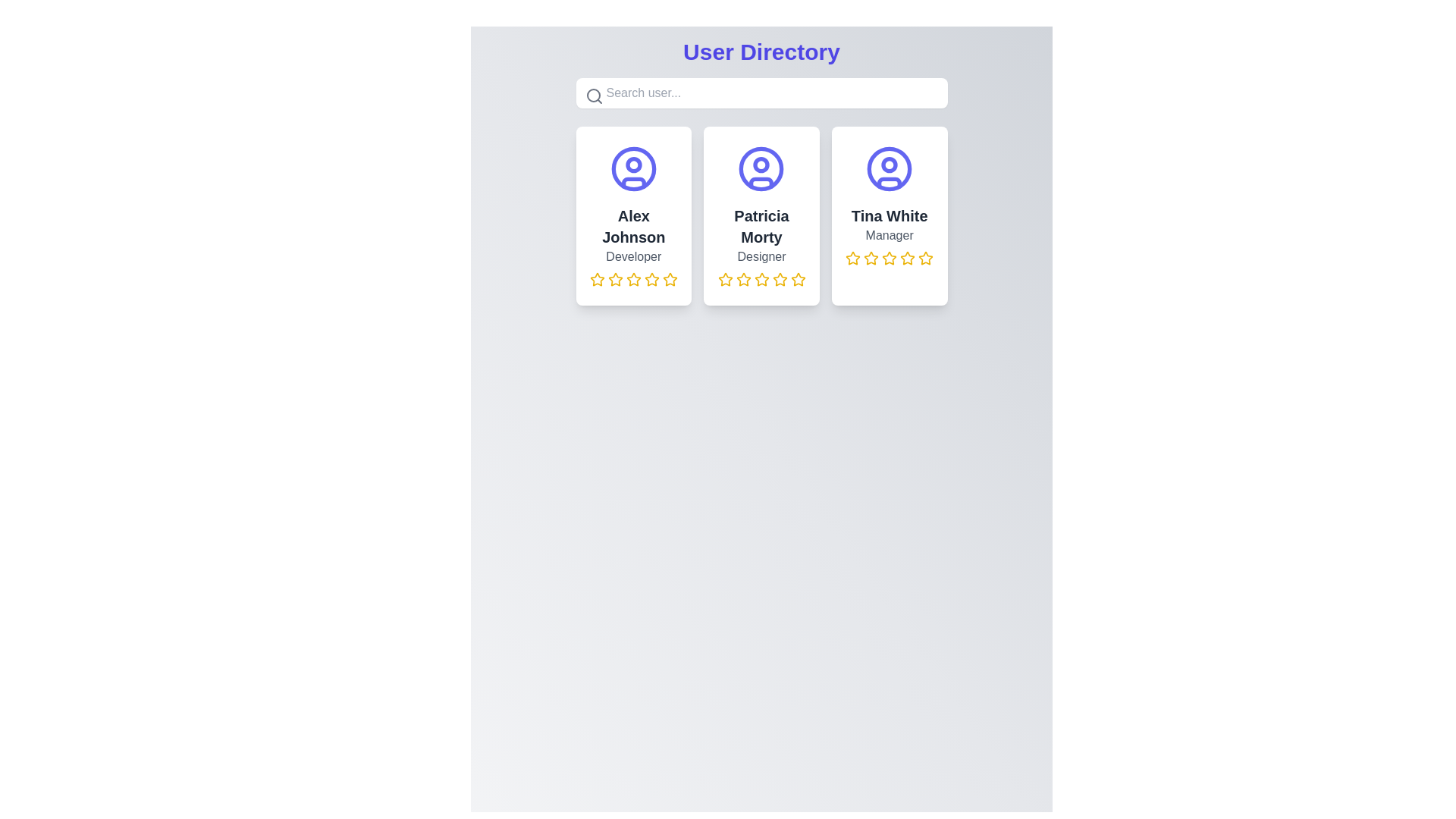  I want to click on the third yellow filled star icon in the rating system located at the bottom of Patricia Morty's user card to interact with the rating system, so click(761, 280).